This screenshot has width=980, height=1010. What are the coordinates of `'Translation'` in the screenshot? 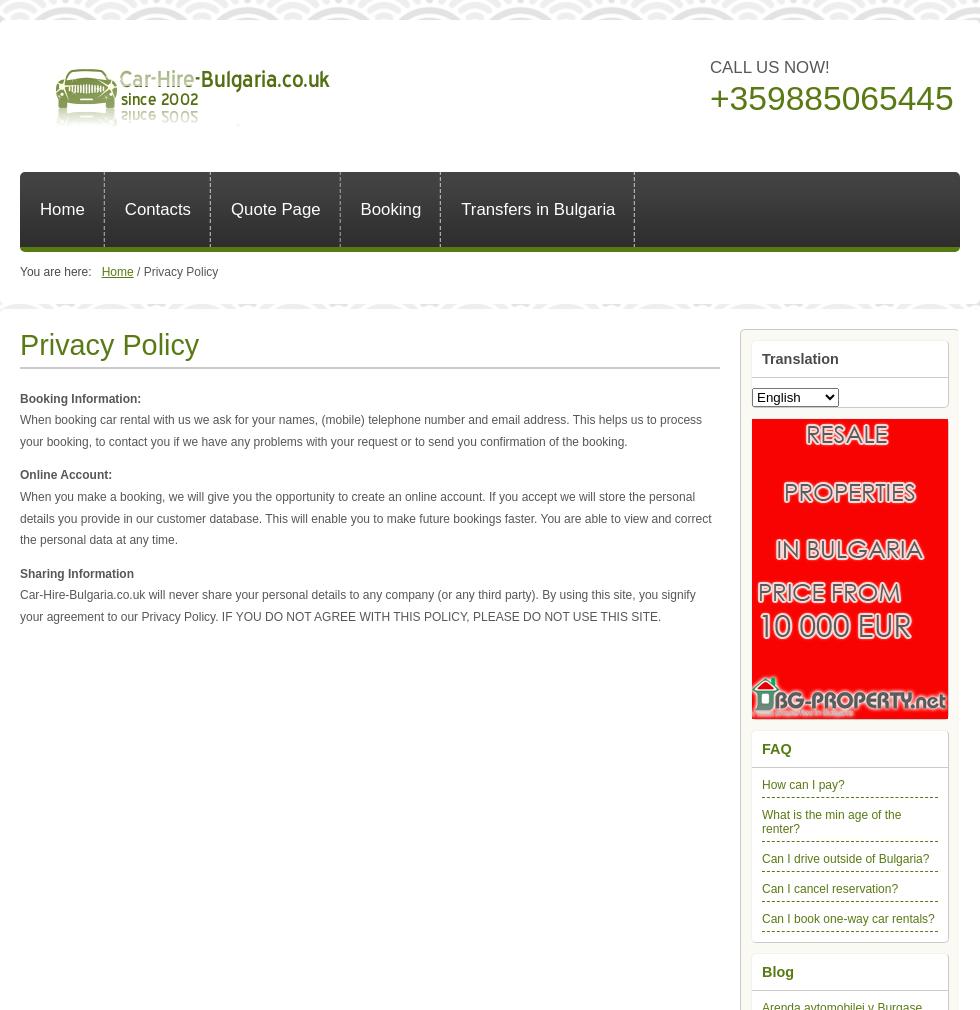 It's located at (799, 358).